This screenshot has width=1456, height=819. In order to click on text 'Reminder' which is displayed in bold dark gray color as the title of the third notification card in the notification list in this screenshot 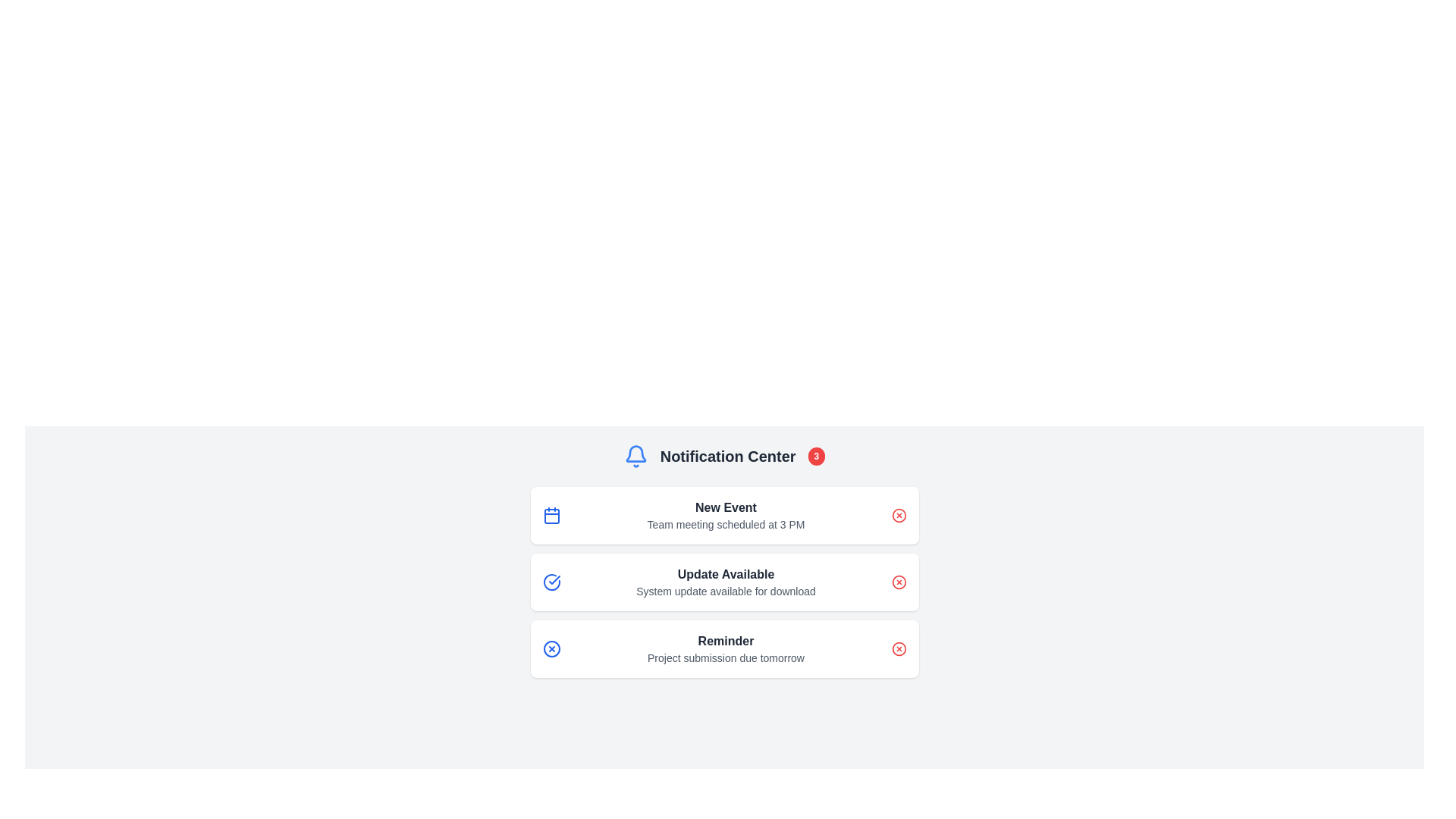, I will do `click(725, 641)`.